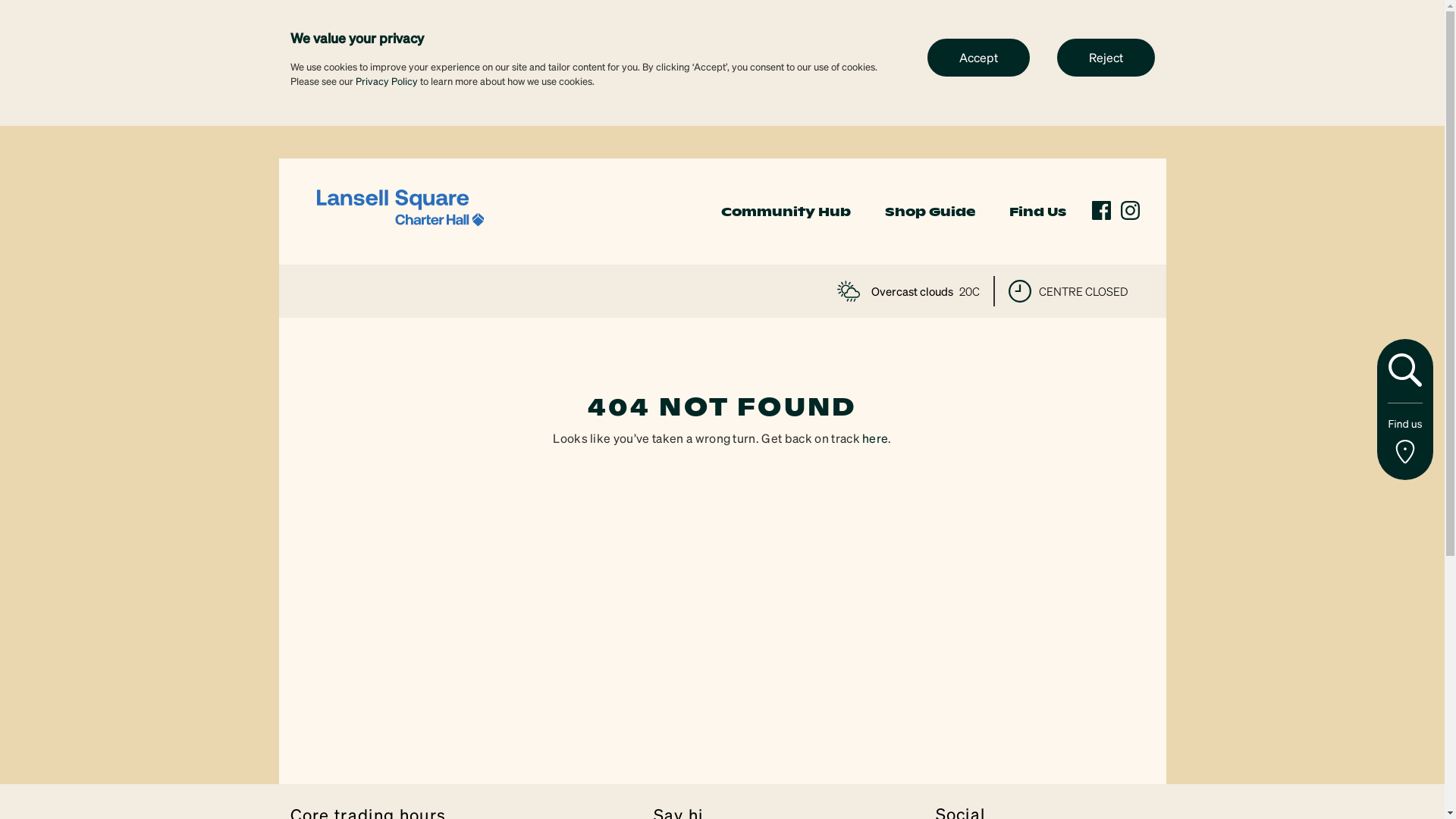 This screenshot has height=819, width=1456. I want to click on 'facebook', so click(1092, 210).